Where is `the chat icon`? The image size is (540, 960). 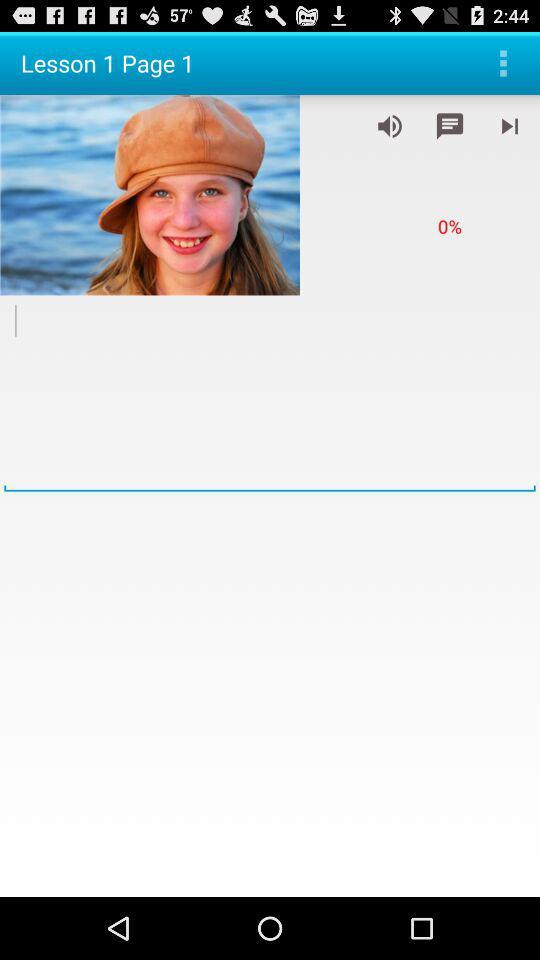
the chat icon is located at coordinates (449, 133).